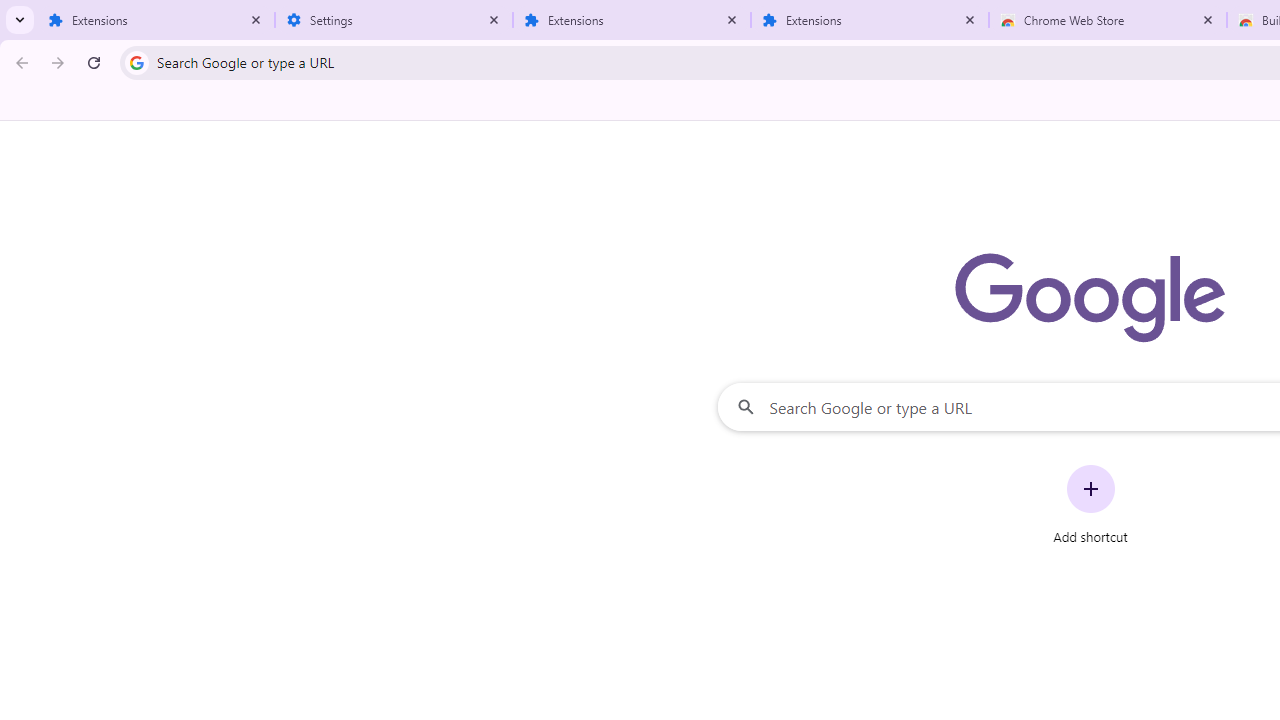 The height and width of the screenshot is (720, 1280). I want to click on 'Search tabs', so click(20, 20).